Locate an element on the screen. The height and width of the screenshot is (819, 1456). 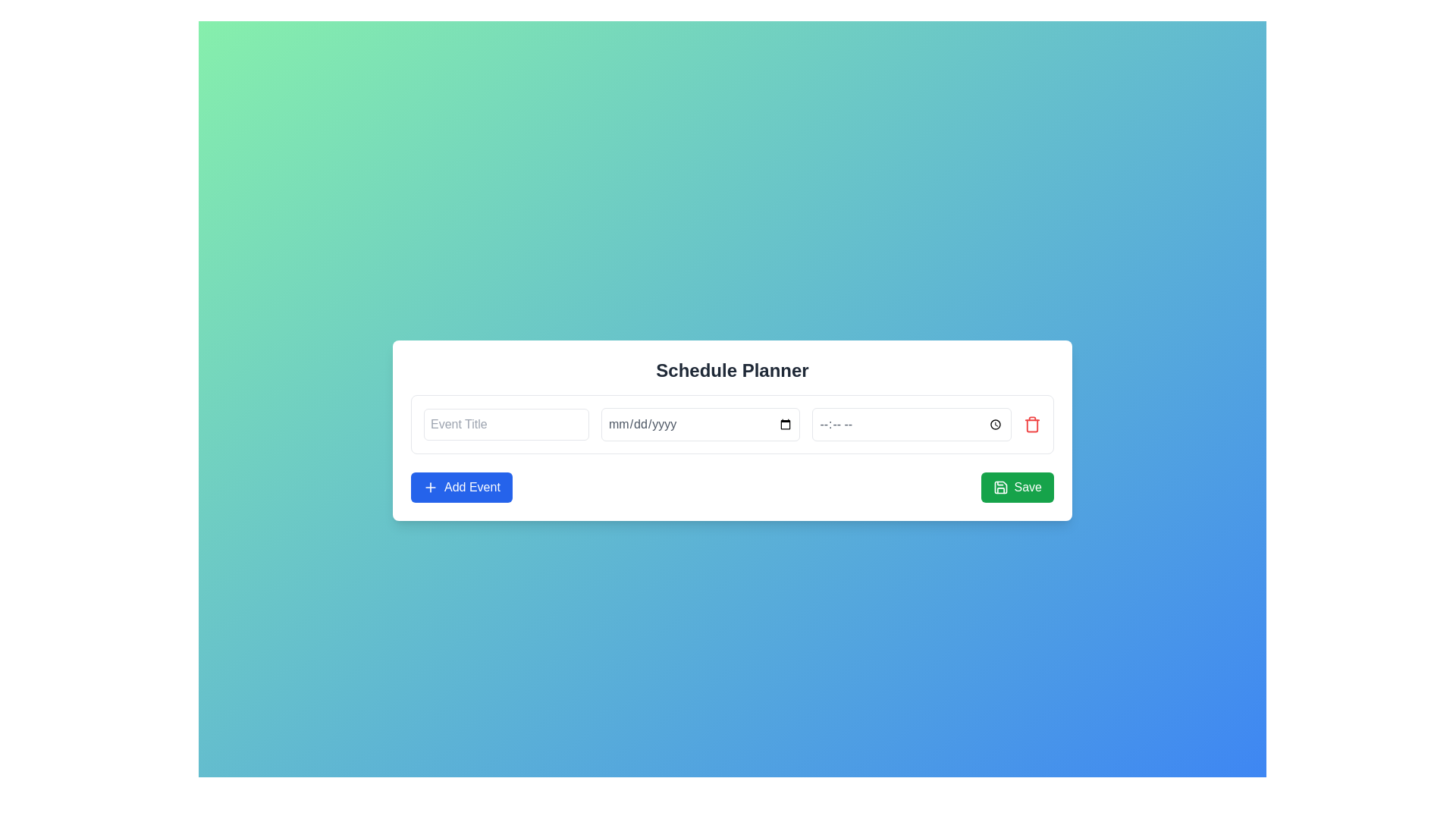
the green 'Save' button with rounded corners, located at the bottom-right corner of the interface, to initiate the save action is located at coordinates (1017, 488).